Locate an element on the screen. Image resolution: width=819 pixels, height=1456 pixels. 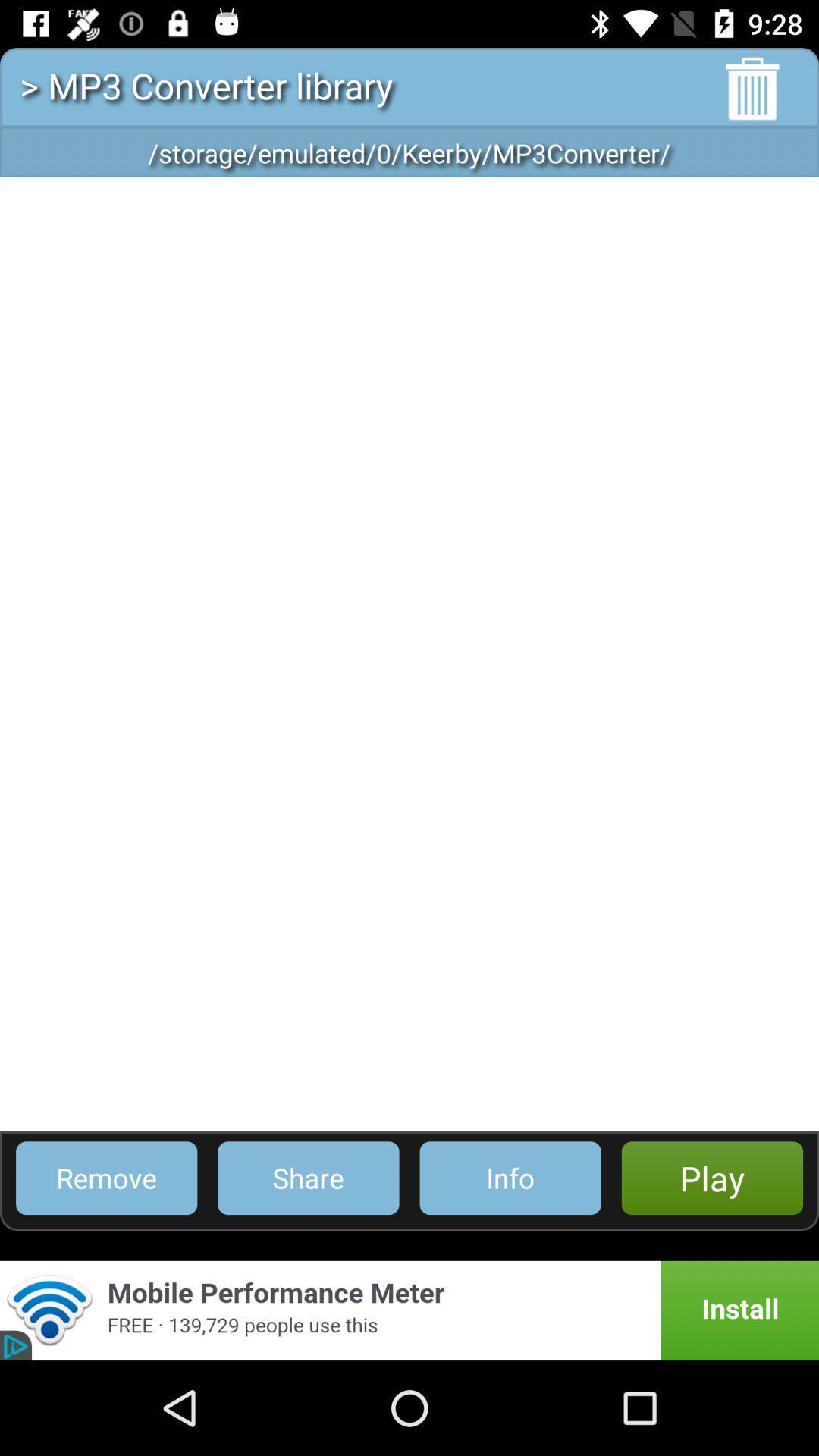
the item to the right of share icon is located at coordinates (510, 1177).